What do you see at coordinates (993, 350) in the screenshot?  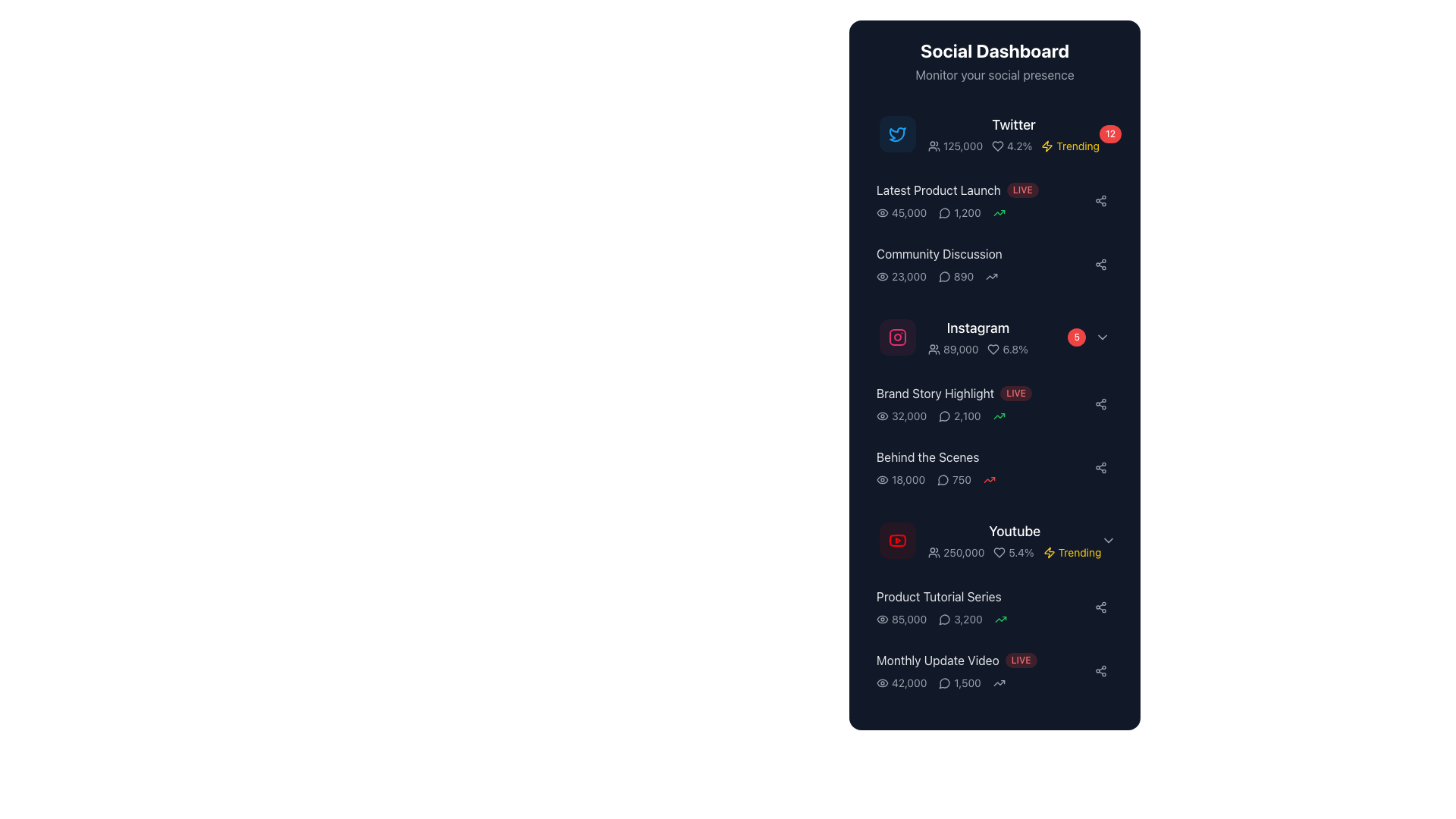 I see `the heart icon located to the left of the text '6.8%' in the Instagram row of the 'Social Dashboard' panel` at bounding box center [993, 350].